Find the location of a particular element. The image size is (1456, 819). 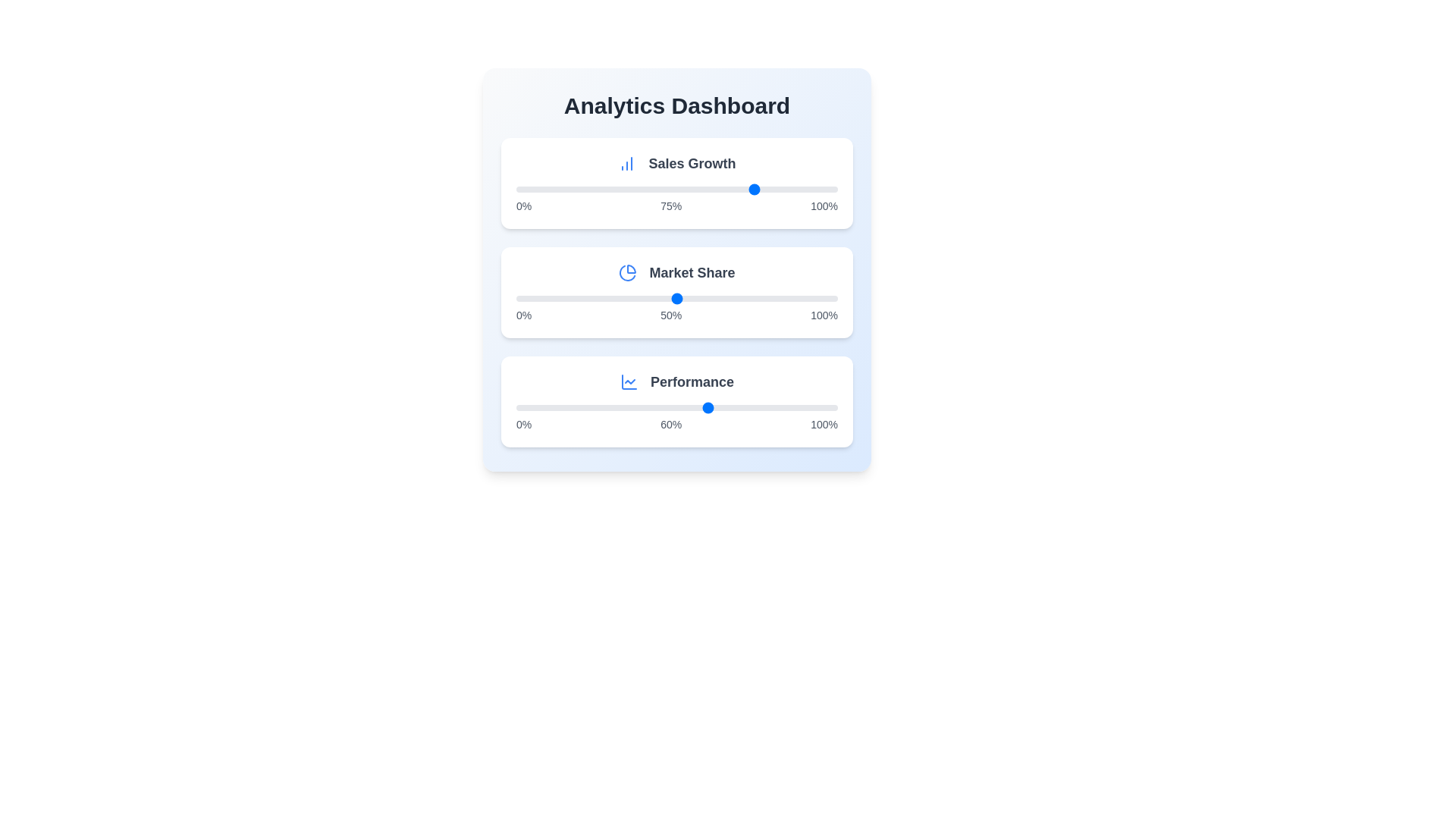

the 'Sales Growth' slider to 23% is located at coordinates (589, 189).